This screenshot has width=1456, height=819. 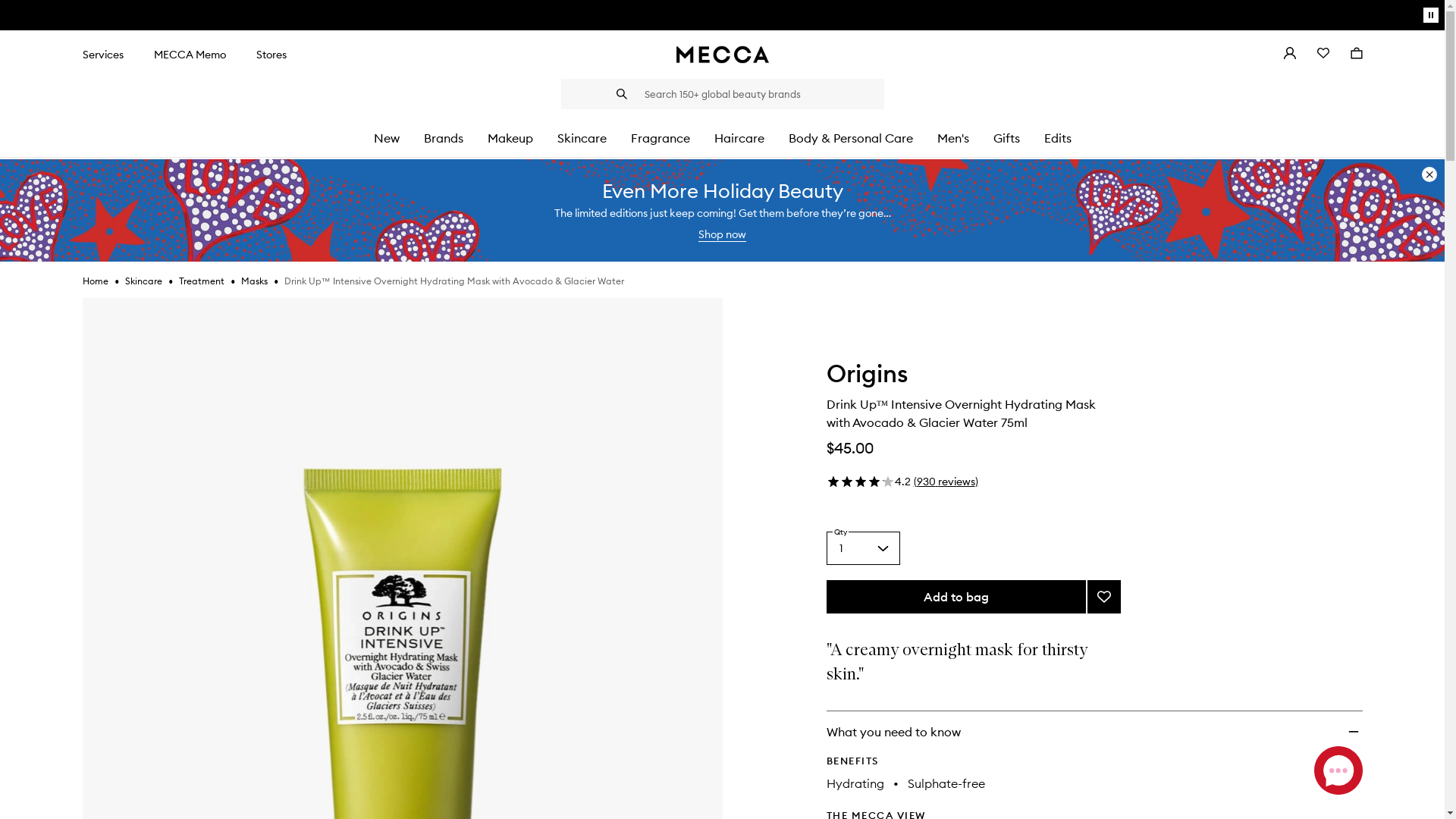 What do you see at coordinates (1356, 54) in the screenshot?
I see `'Bag'` at bounding box center [1356, 54].